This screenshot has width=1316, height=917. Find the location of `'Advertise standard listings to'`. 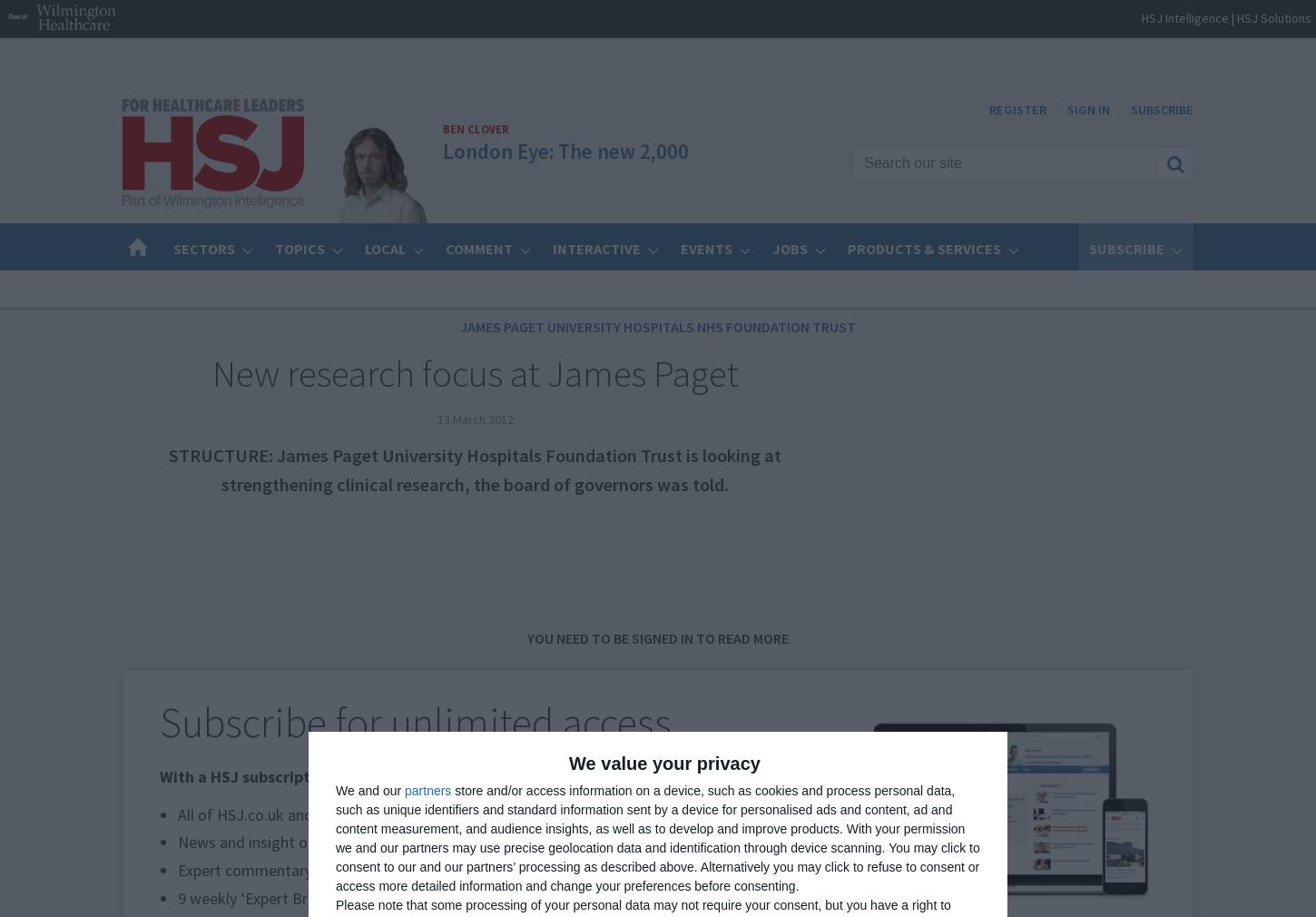

'Advertise standard listings to' is located at coordinates (786, 562).